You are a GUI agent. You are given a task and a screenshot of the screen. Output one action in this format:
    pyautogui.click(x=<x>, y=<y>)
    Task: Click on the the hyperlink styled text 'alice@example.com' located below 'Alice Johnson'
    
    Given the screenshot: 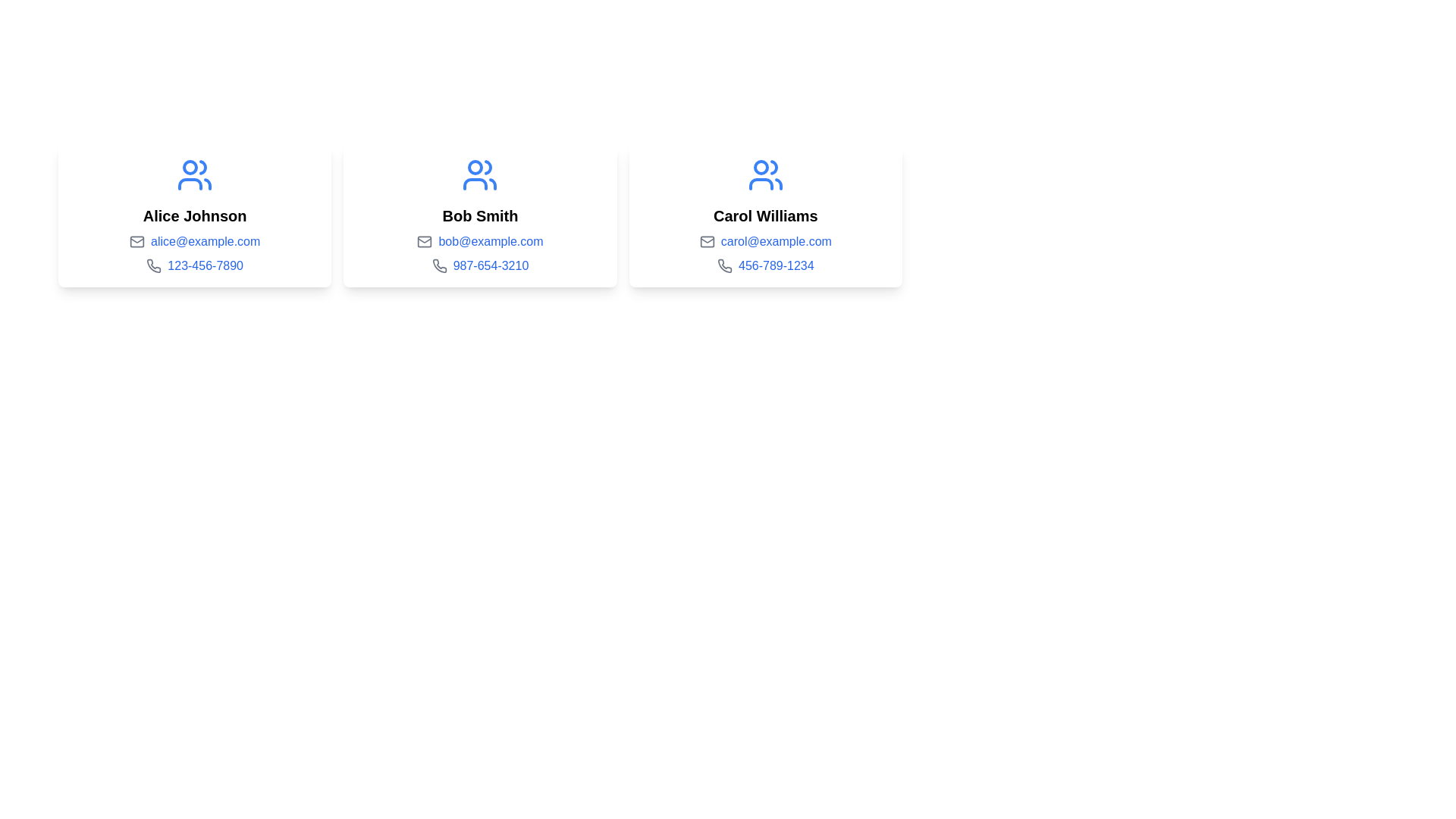 What is the action you would take?
    pyautogui.click(x=205, y=241)
    